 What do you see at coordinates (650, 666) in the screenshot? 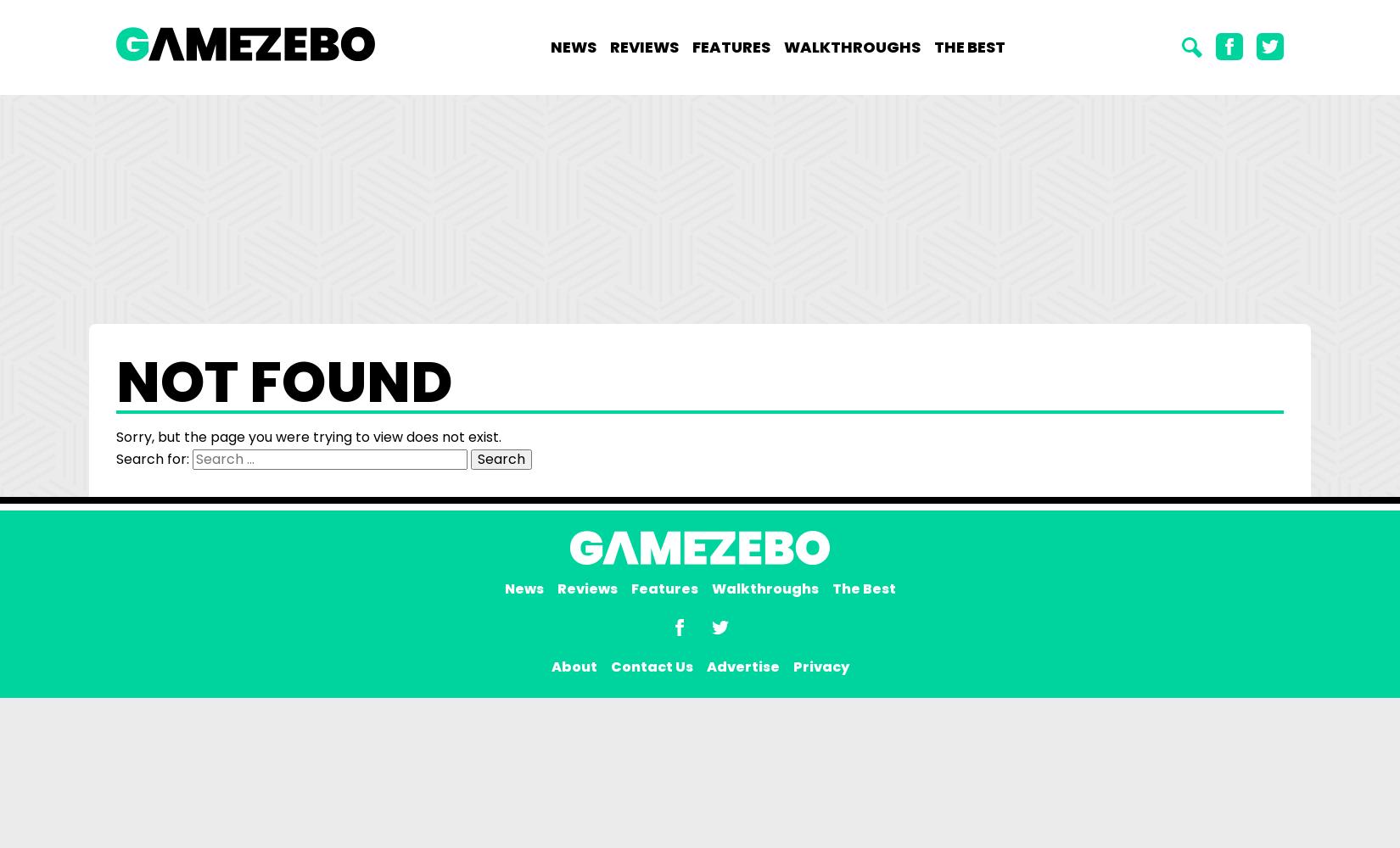
I see `'Contact Us'` at bounding box center [650, 666].